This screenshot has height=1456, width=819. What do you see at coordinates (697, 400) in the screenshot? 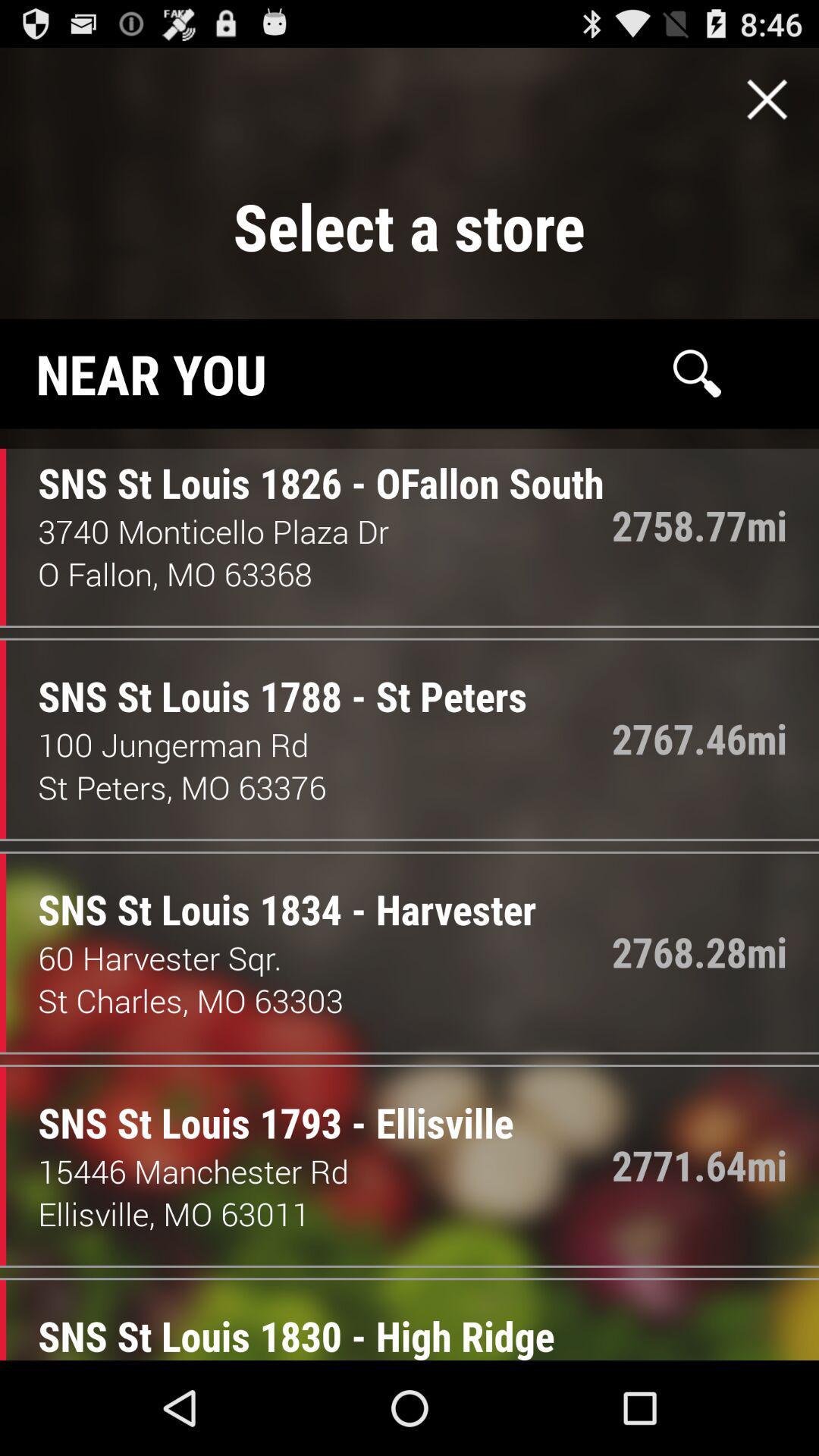
I see `the search icon` at bounding box center [697, 400].